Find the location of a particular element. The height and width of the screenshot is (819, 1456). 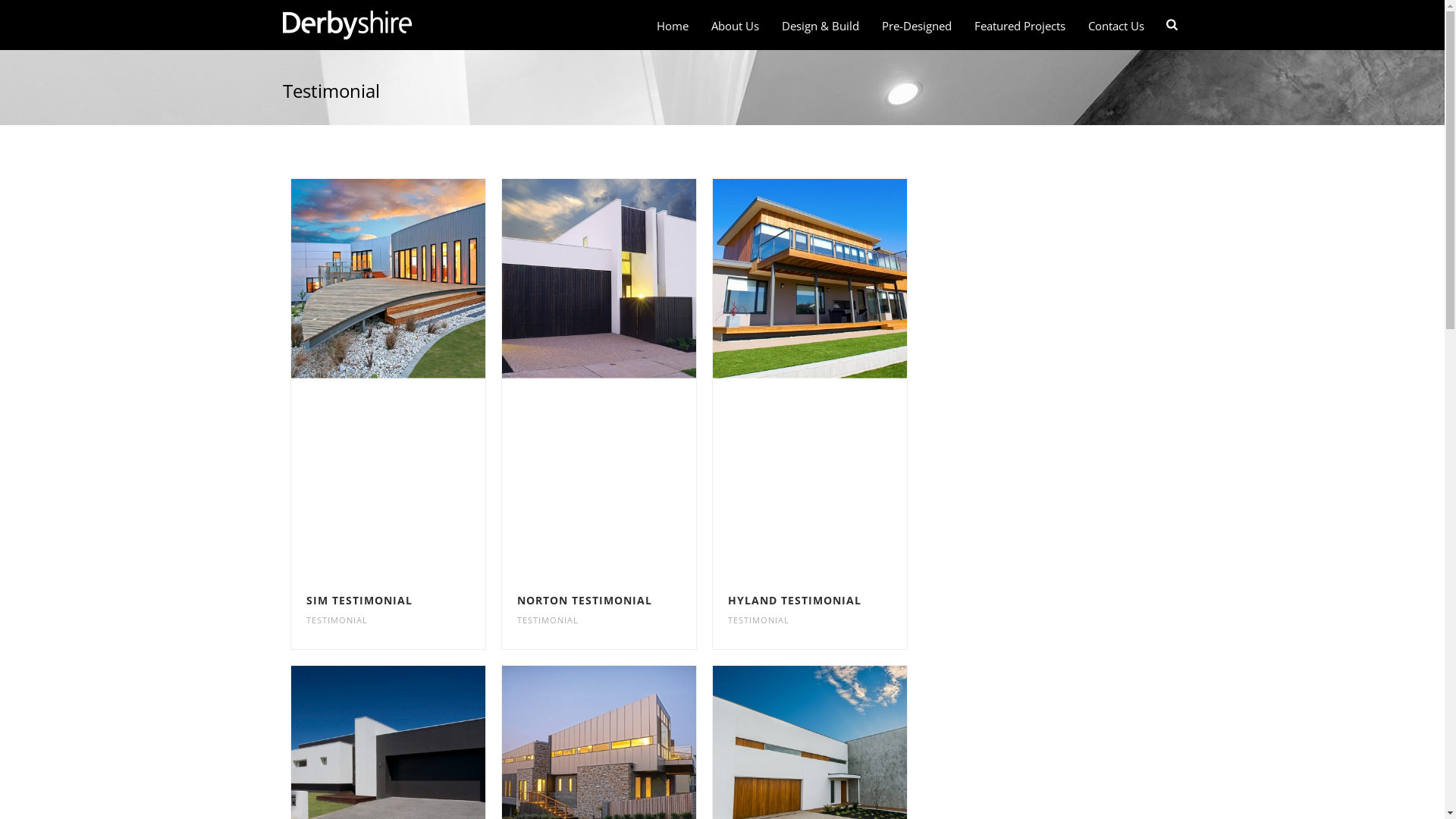

'Home' is located at coordinates (672, 26).